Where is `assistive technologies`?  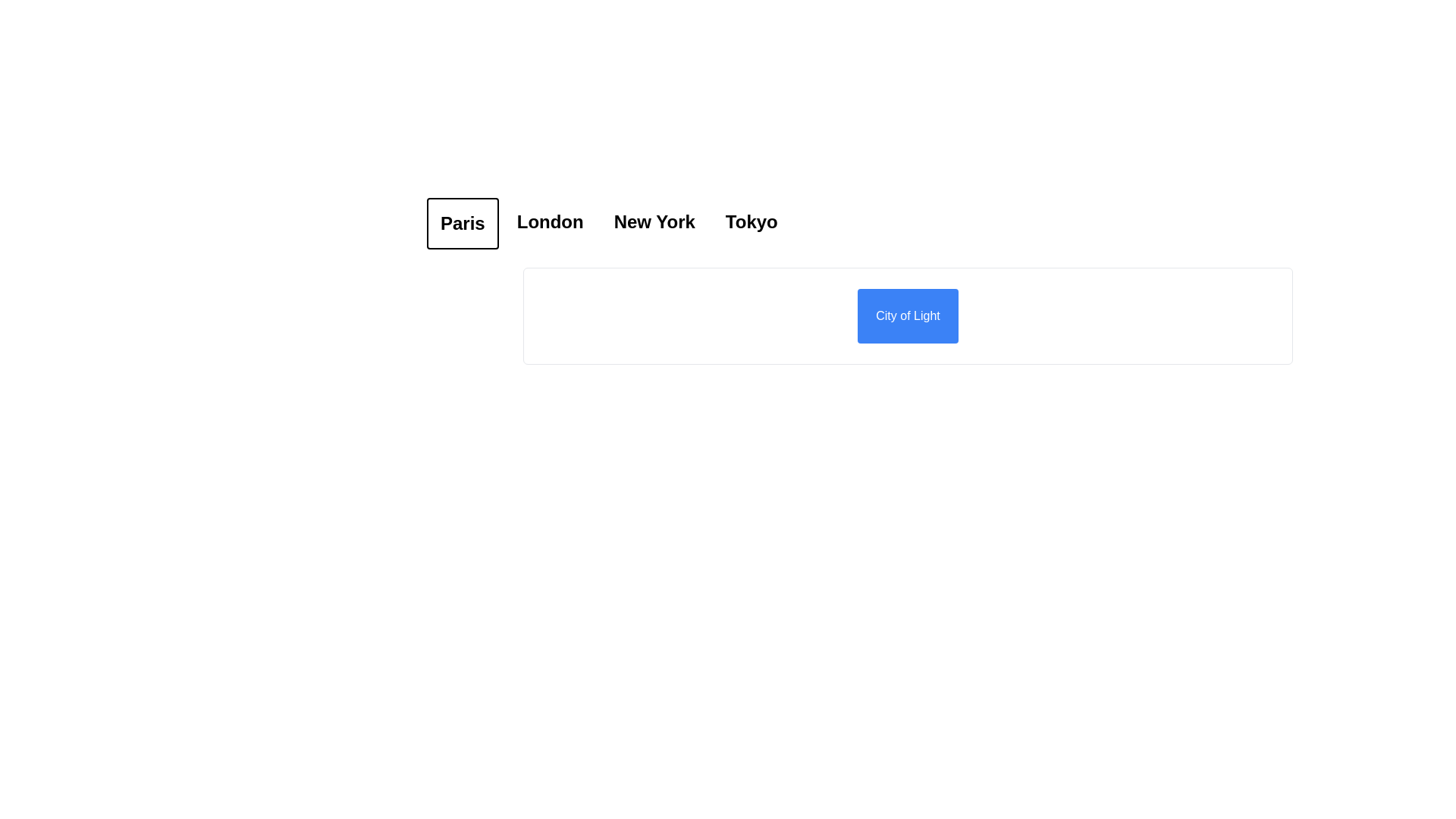 assistive technologies is located at coordinates (654, 222).